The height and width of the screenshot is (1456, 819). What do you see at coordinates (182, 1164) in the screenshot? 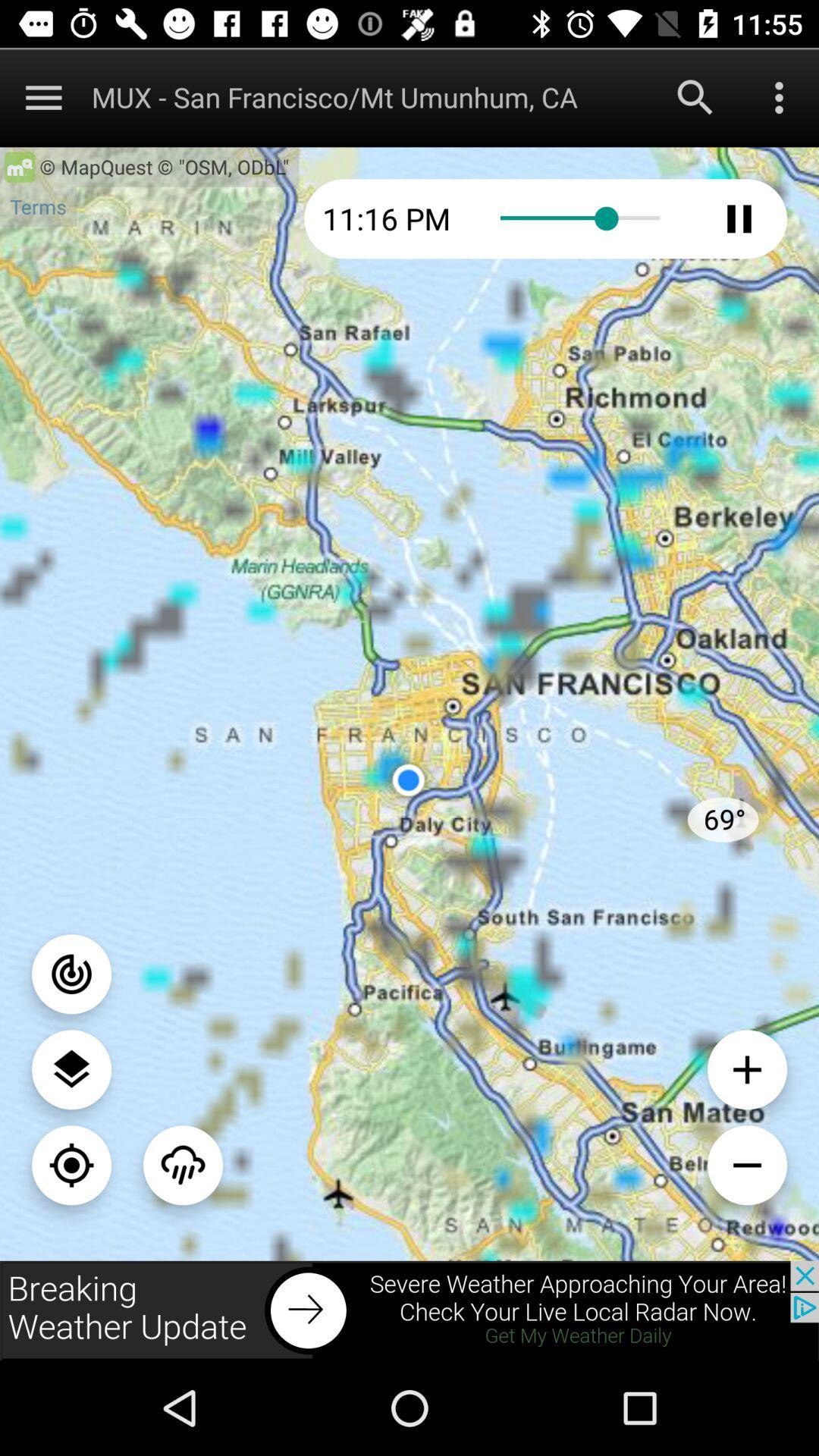
I see `the weather icon` at bounding box center [182, 1164].